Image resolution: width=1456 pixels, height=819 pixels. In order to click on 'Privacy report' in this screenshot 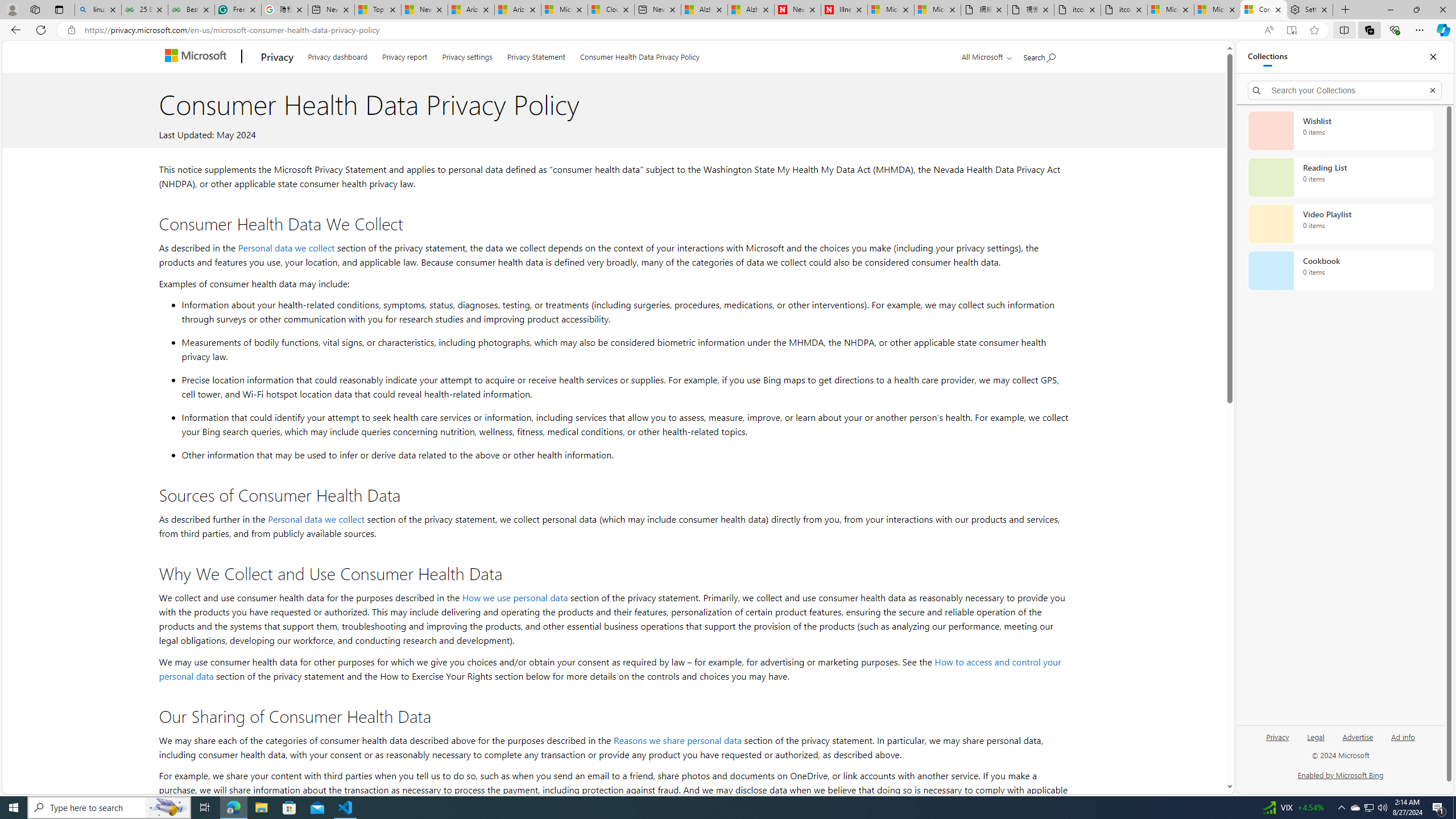, I will do `click(404, 55)`.